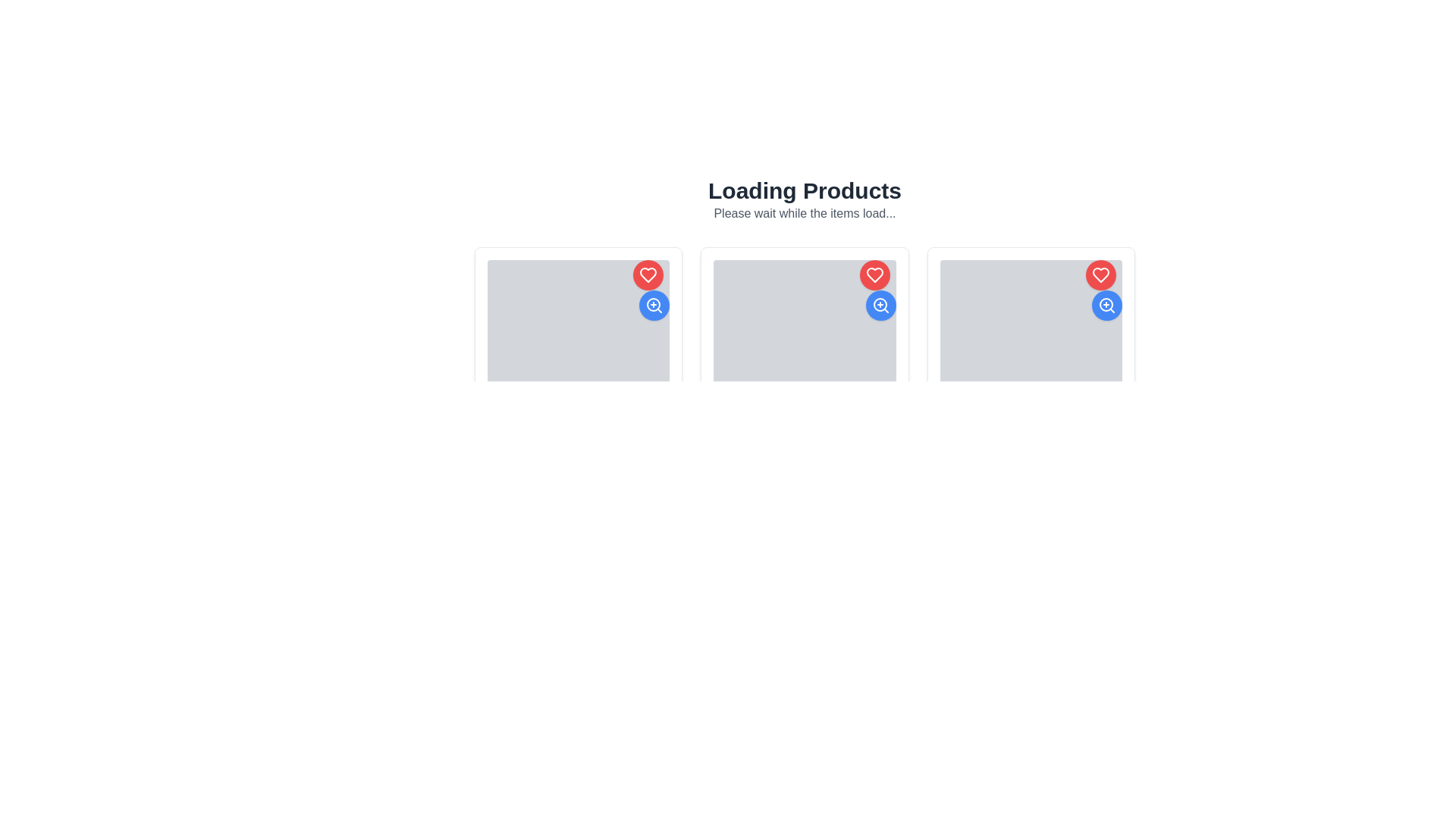 Image resolution: width=1456 pixels, height=819 pixels. What do you see at coordinates (1100, 275) in the screenshot?
I see `the heart icon button in the top-right corner of the leftmost product card` at bounding box center [1100, 275].